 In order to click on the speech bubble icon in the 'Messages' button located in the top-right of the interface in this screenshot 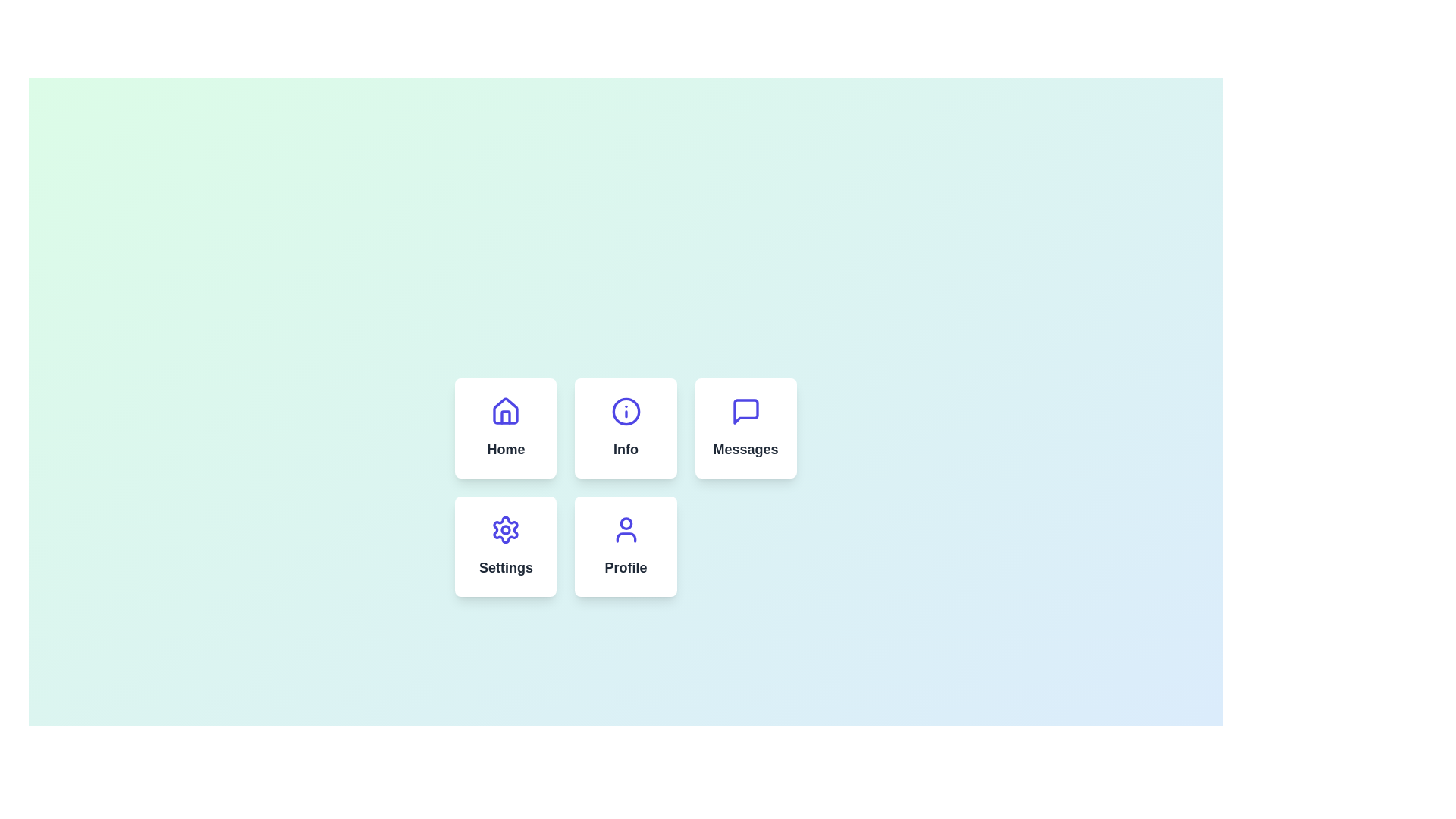, I will do `click(745, 412)`.